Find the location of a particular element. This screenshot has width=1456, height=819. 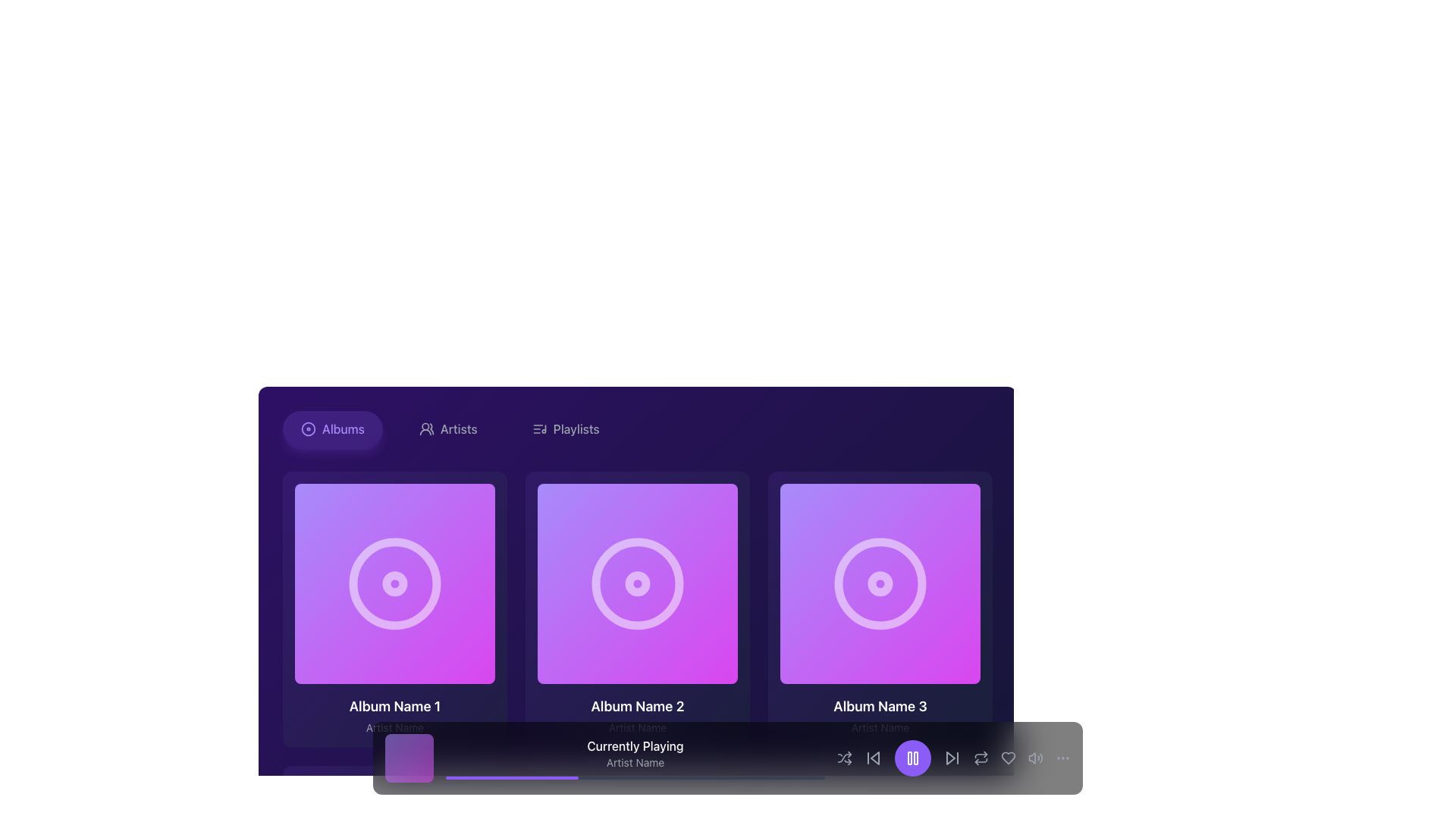

the shuffle icon located centrally within the bottom bar of the application interface, which serves as a visual indicator for a shuffle or mix function is located at coordinates (843, 758).